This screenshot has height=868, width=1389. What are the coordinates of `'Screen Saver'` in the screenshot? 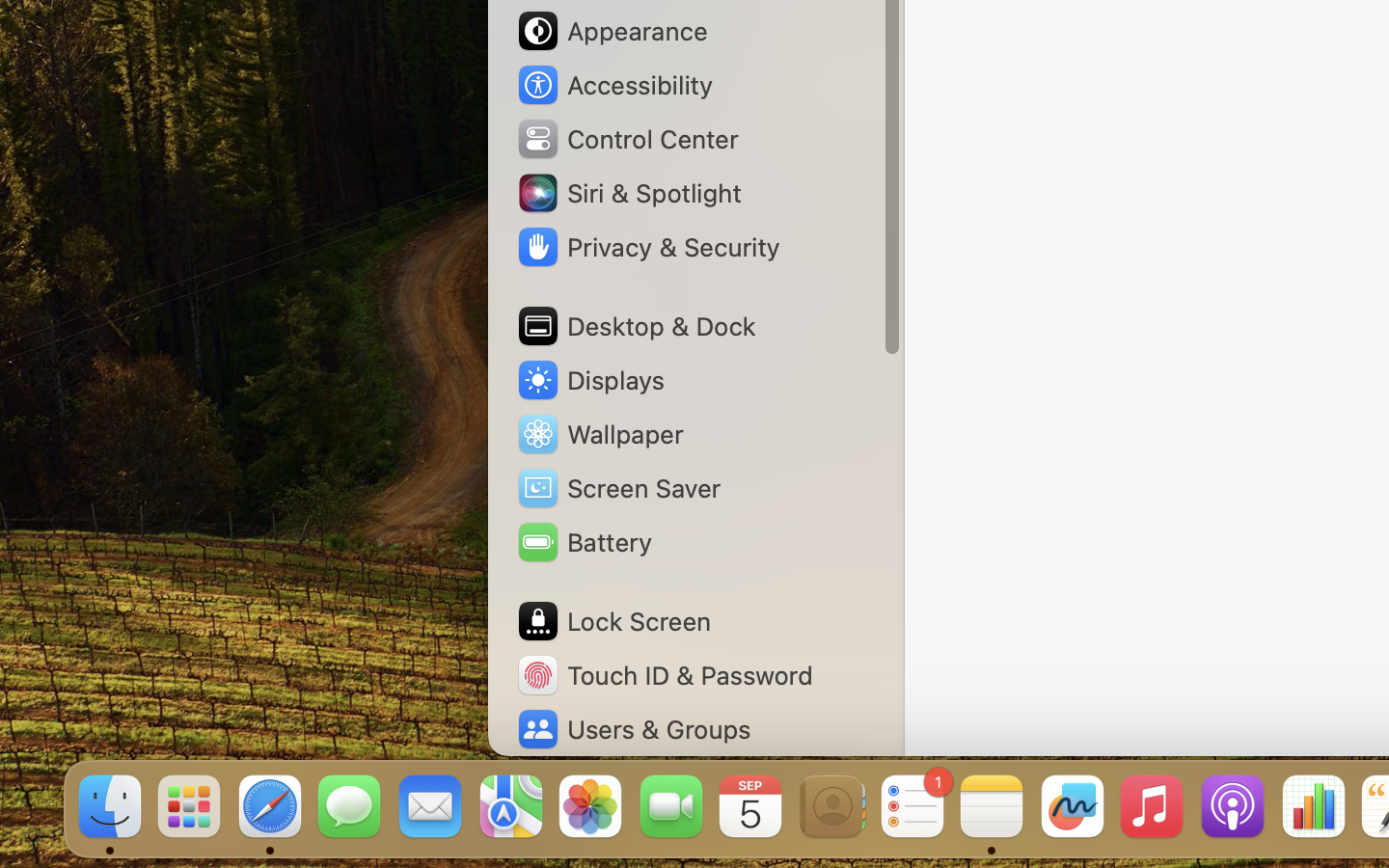 It's located at (616, 486).